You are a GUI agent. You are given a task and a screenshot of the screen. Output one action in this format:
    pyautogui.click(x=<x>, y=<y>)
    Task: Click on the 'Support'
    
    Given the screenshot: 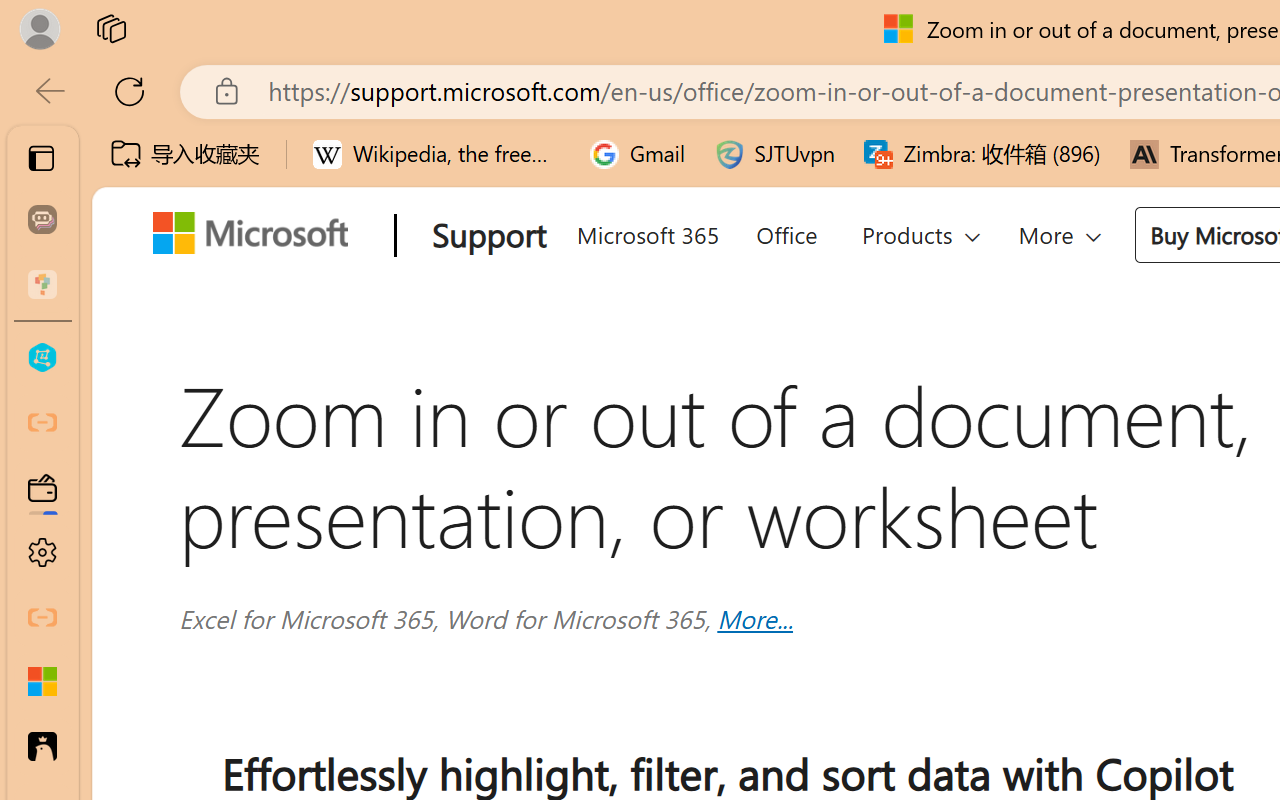 What is the action you would take?
    pyautogui.click(x=485, y=236)
    